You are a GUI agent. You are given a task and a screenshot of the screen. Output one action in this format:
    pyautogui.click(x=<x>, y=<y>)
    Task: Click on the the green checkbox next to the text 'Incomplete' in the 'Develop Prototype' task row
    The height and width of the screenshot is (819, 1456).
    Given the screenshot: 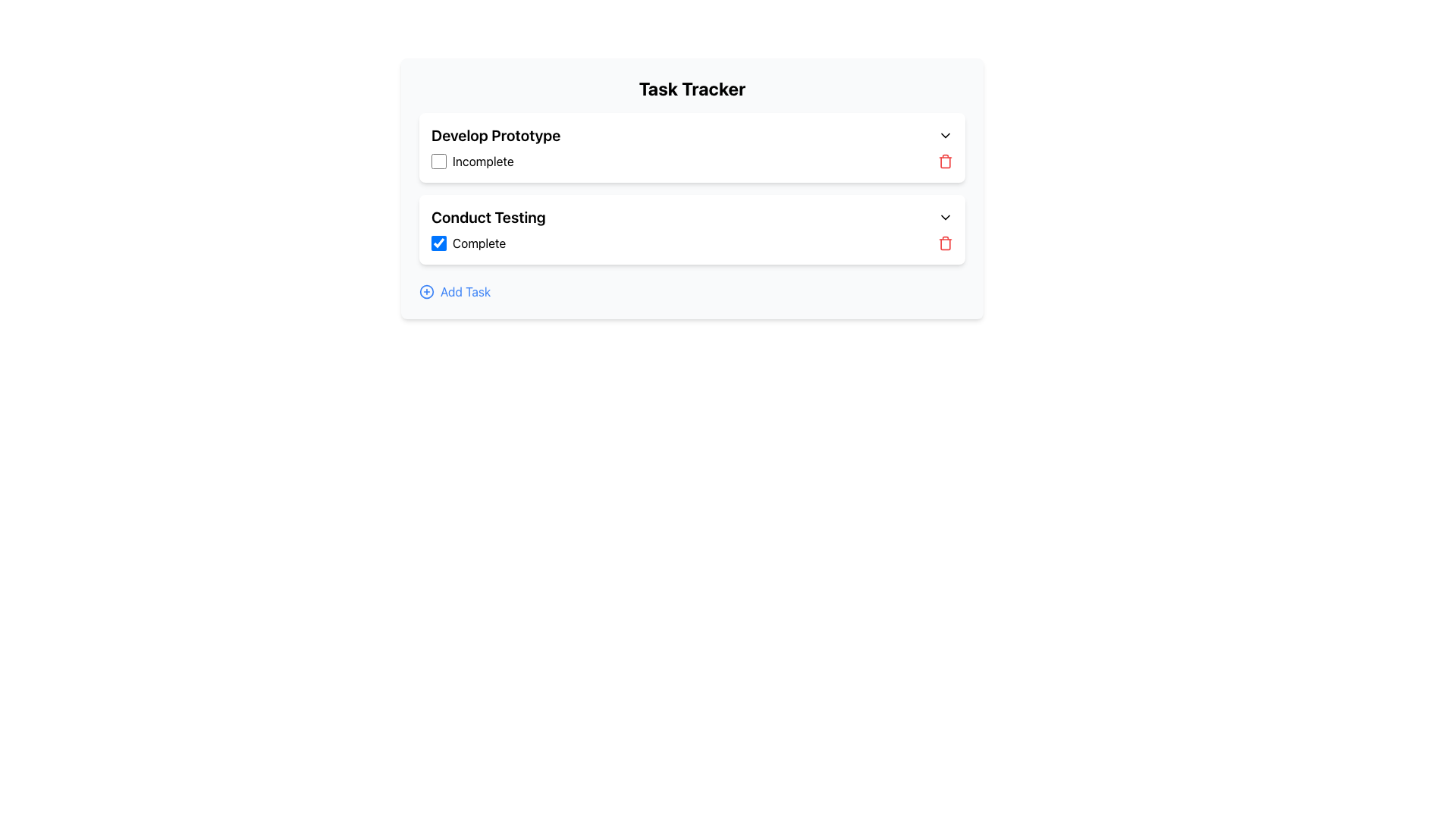 What is the action you would take?
    pyautogui.click(x=438, y=161)
    